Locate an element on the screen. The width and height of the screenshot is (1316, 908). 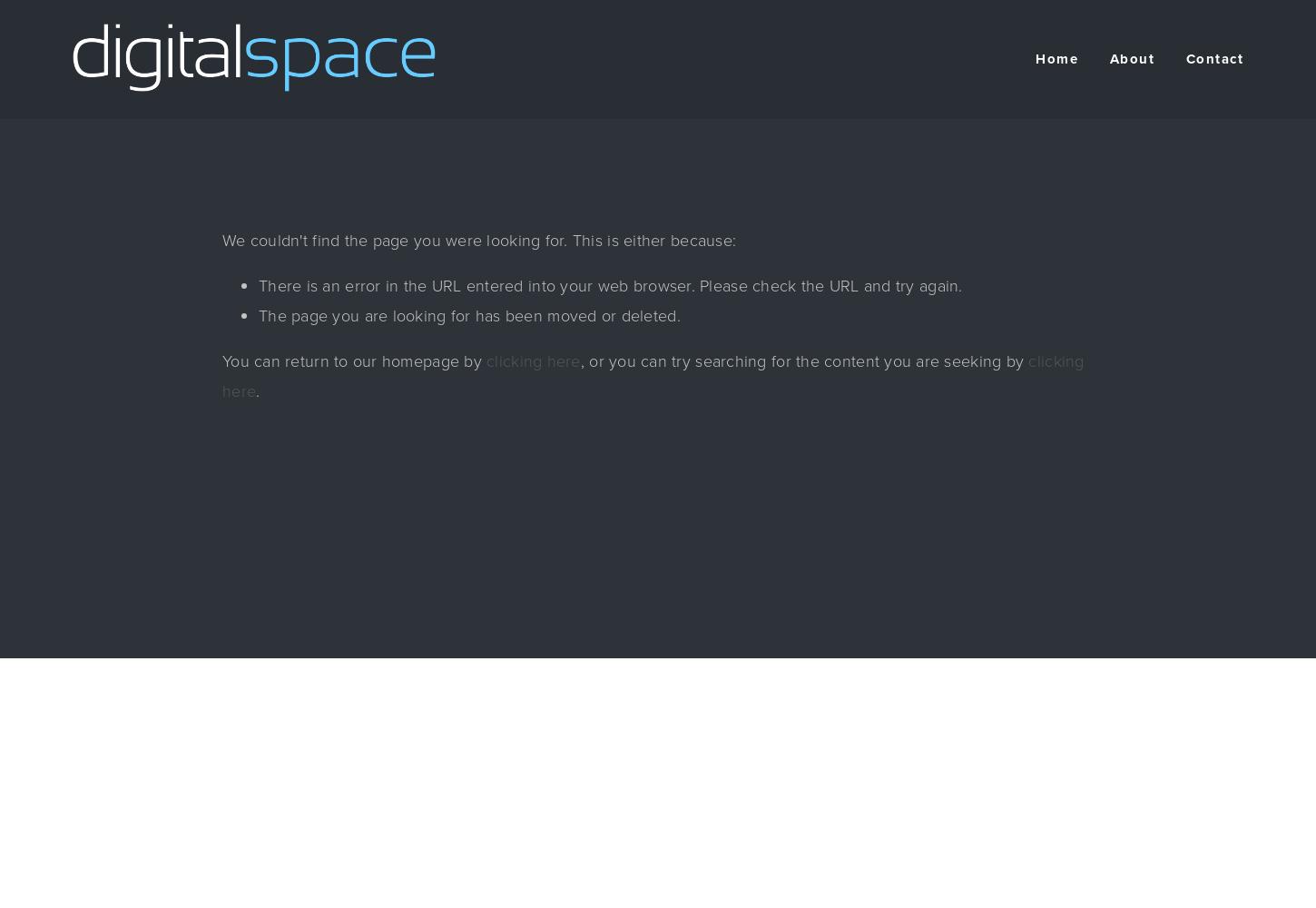
', or you can try searching for the
  content you are seeking by' is located at coordinates (802, 361).